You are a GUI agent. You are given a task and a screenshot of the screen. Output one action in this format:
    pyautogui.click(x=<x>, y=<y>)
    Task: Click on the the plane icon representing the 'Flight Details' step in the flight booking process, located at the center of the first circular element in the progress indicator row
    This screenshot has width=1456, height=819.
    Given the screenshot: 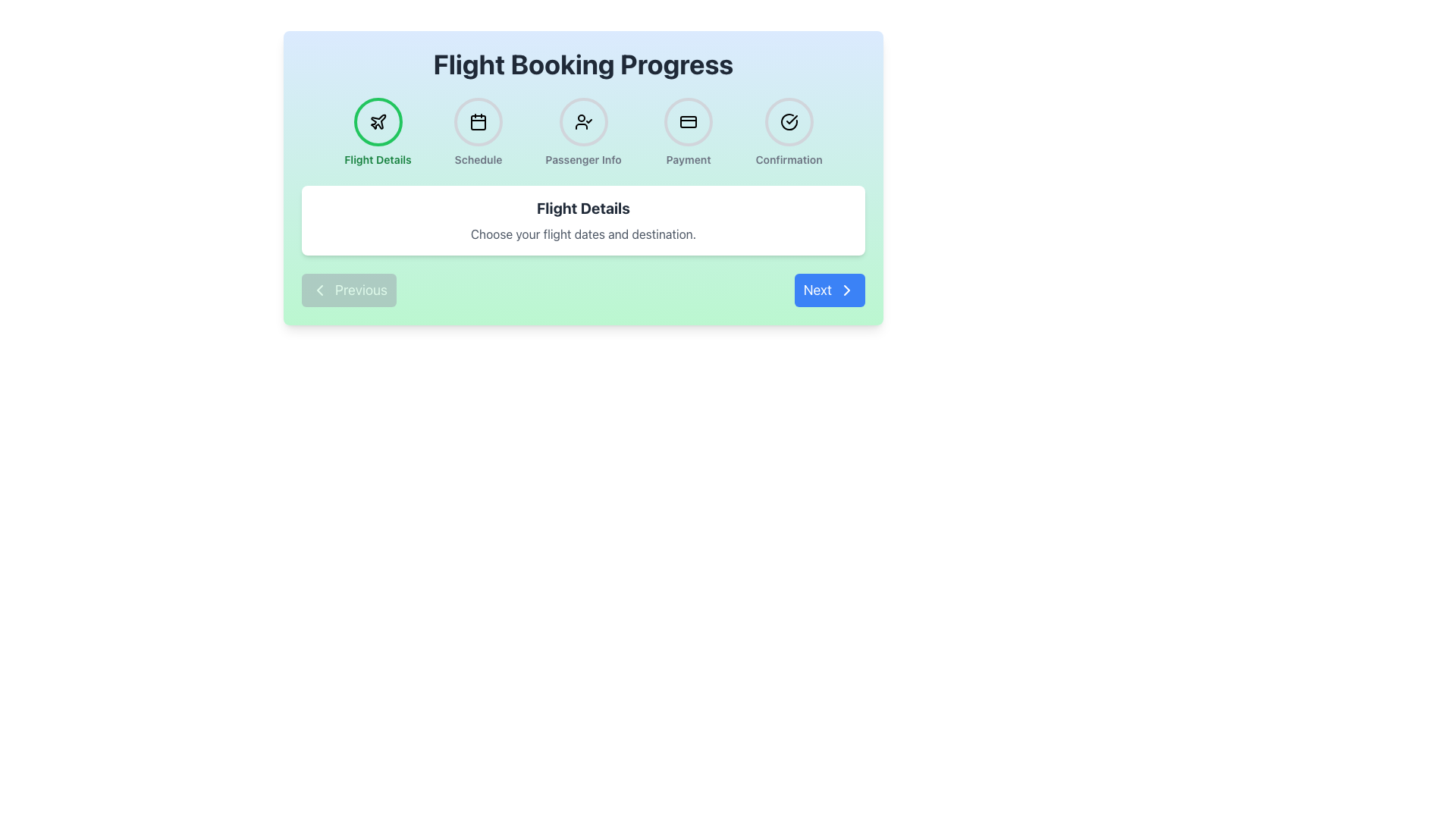 What is the action you would take?
    pyautogui.click(x=378, y=121)
    